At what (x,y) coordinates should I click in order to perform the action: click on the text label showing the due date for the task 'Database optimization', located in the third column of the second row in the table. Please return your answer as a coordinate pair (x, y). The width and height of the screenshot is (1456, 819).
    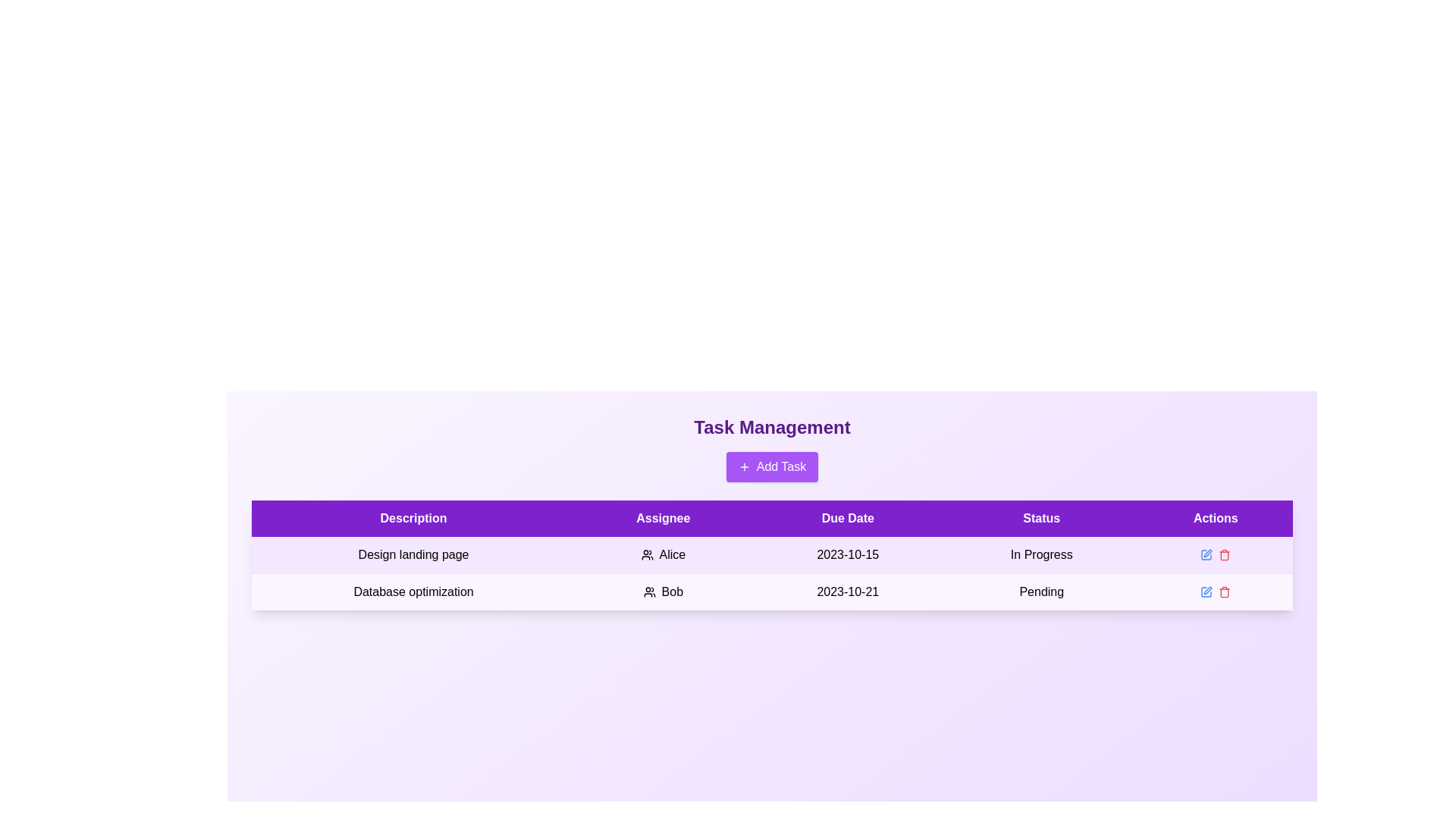
    Looking at the image, I should click on (847, 591).